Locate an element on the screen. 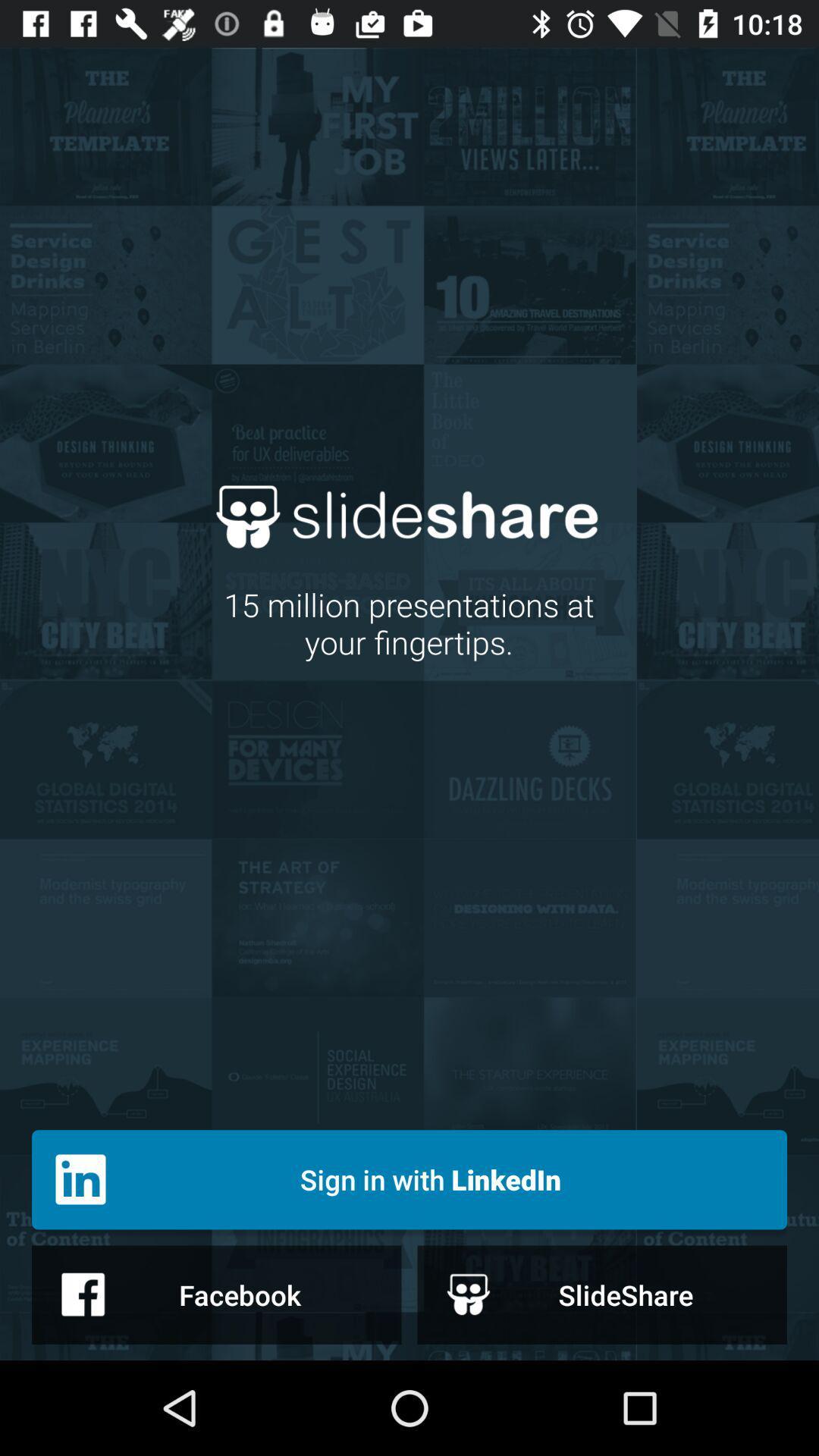  the icon above facebook icon is located at coordinates (409, 1178).